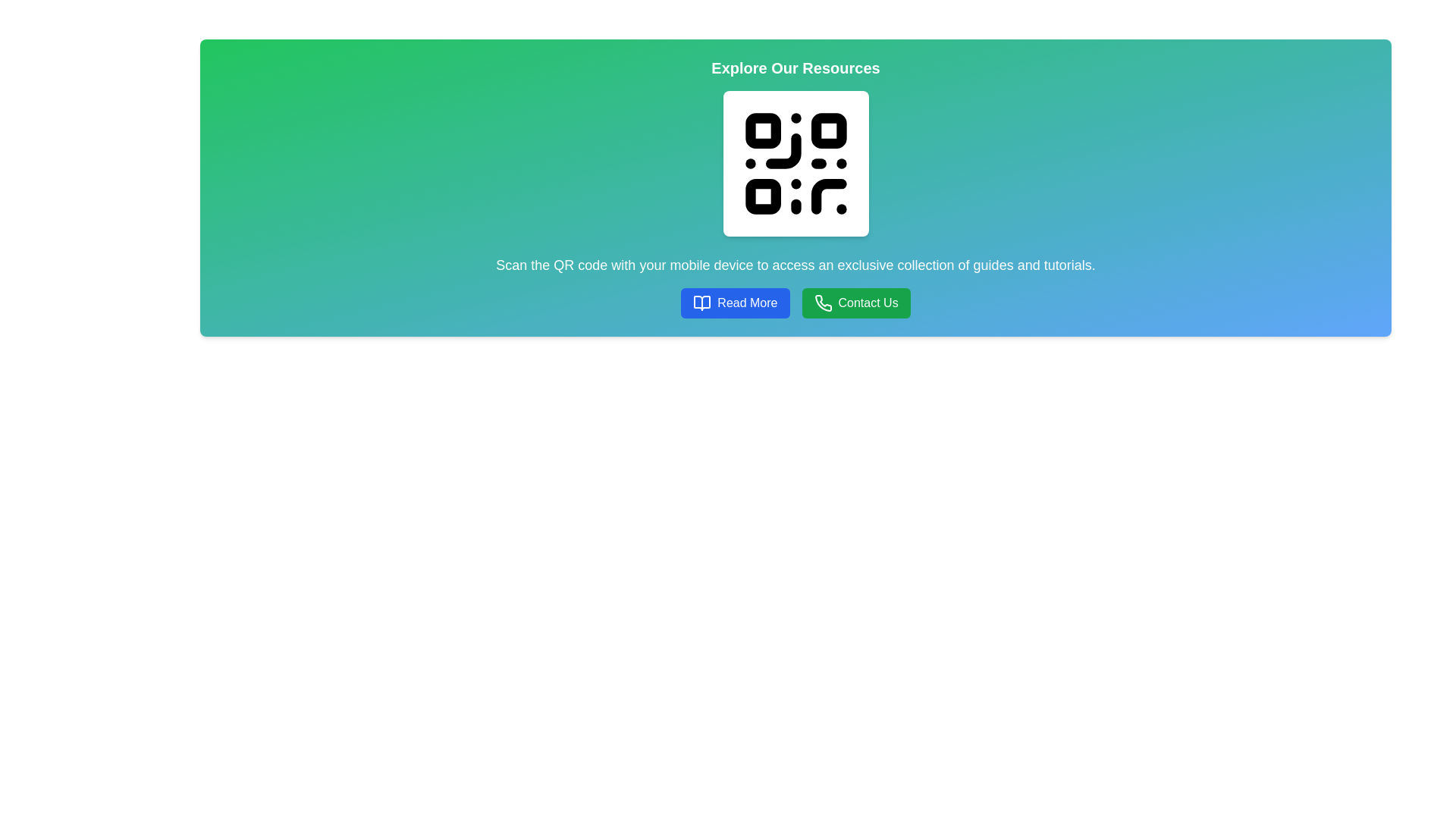  What do you see at coordinates (795, 67) in the screenshot?
I see `the text element displaying 'Explore Our Resources' in bold, extra-large white font against a gradient background` at bounding box center [795, 67].